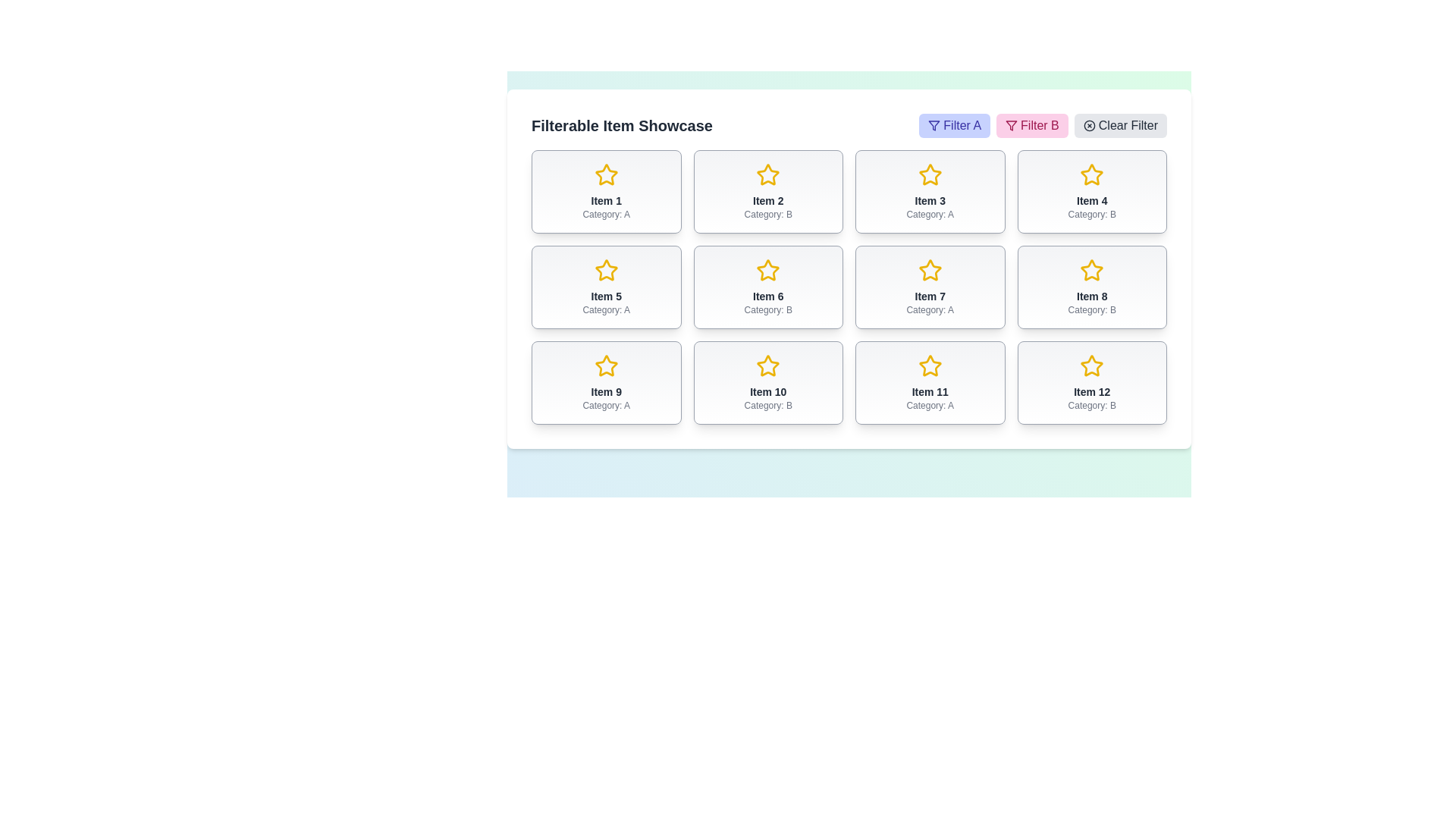 The image size is (1456, 819). What do you see at coordinates (1092, 174) in the screenshot?
I see `the star-shaped icon with a bold, golden yellow outline located in the top row of the grid, farthest to the right, above the label 'Item 4 Category: B'` at bounding box center [1092, 174].